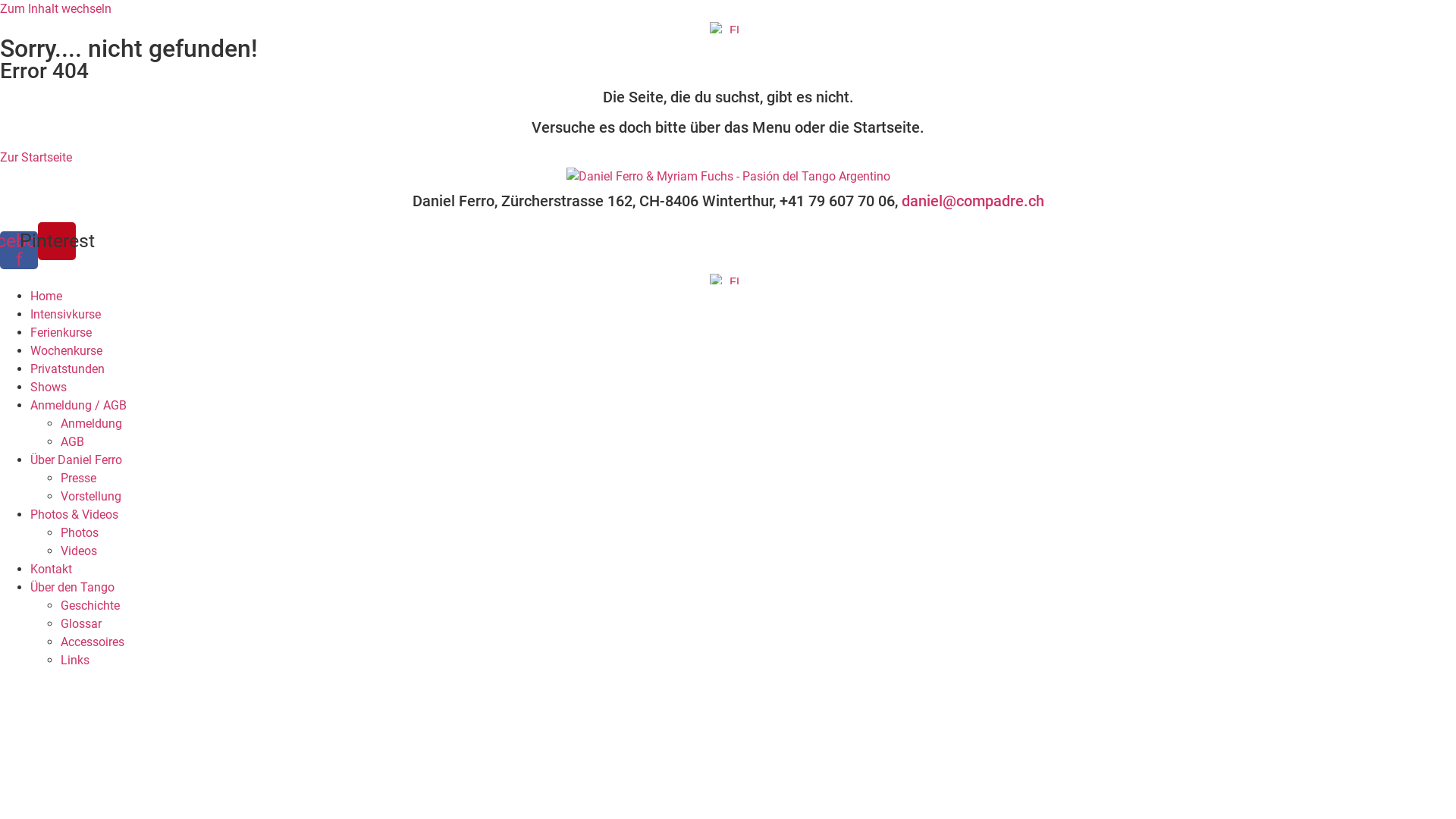  What do you see at coordinates (65, 350) in the screenshot?
I see `'Wochenkurse'` at bounding box center [65, 350].